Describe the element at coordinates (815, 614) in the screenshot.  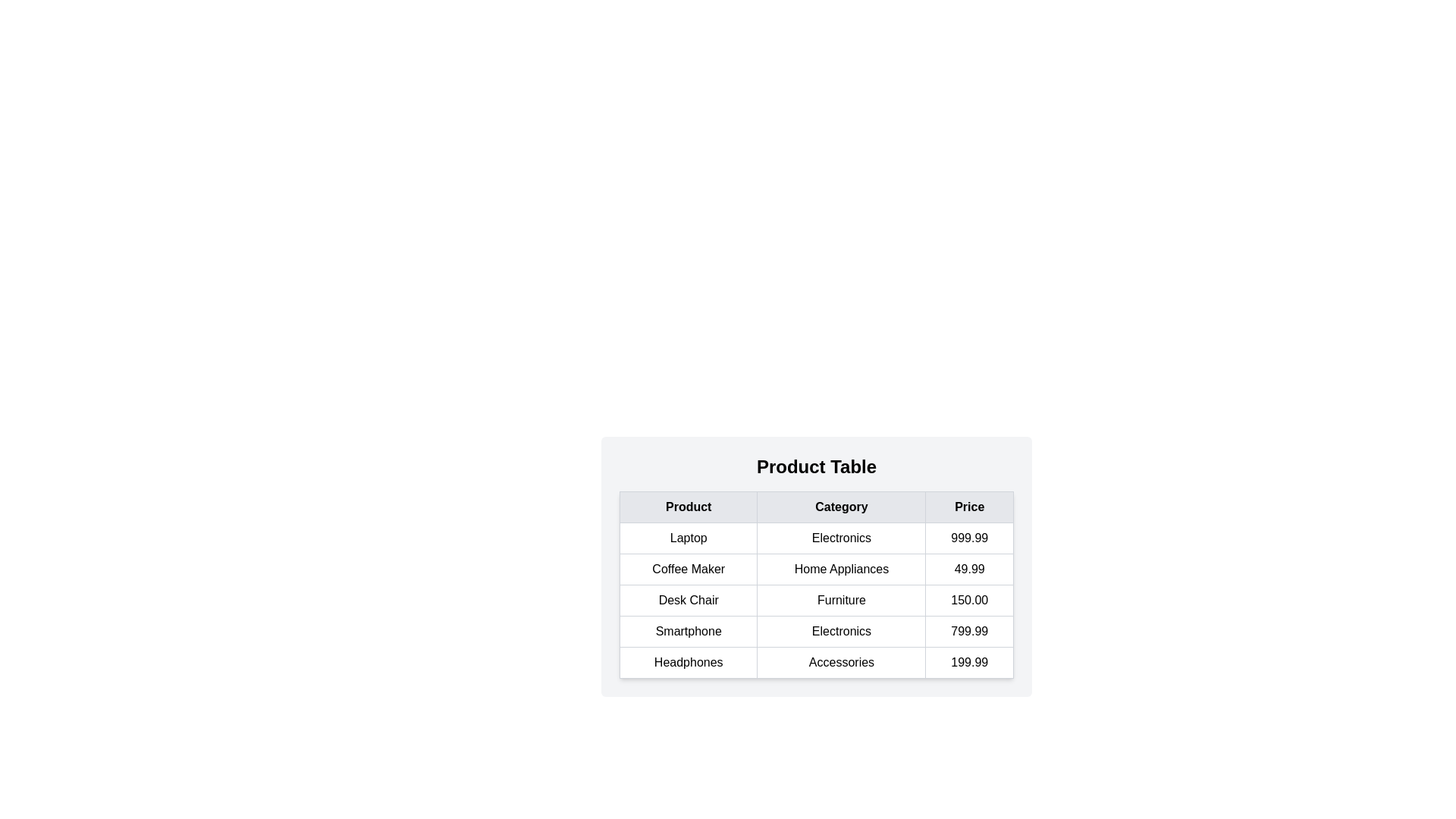
I see `the table cell displaying the category 'Desk Chair' located in the third row under the 'Category' column for potential interactivity` at that location.